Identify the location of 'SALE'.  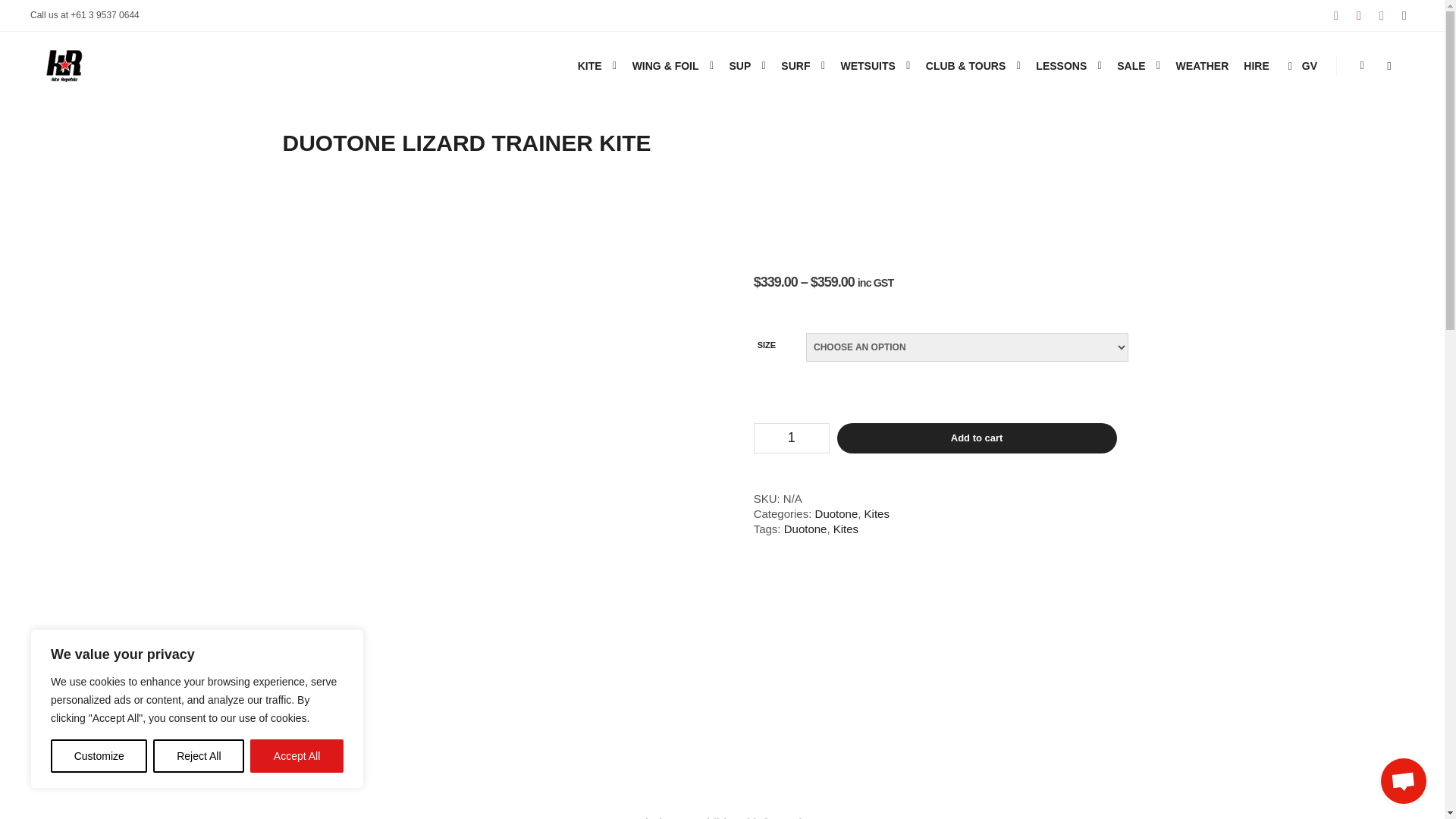
(1128, 65).